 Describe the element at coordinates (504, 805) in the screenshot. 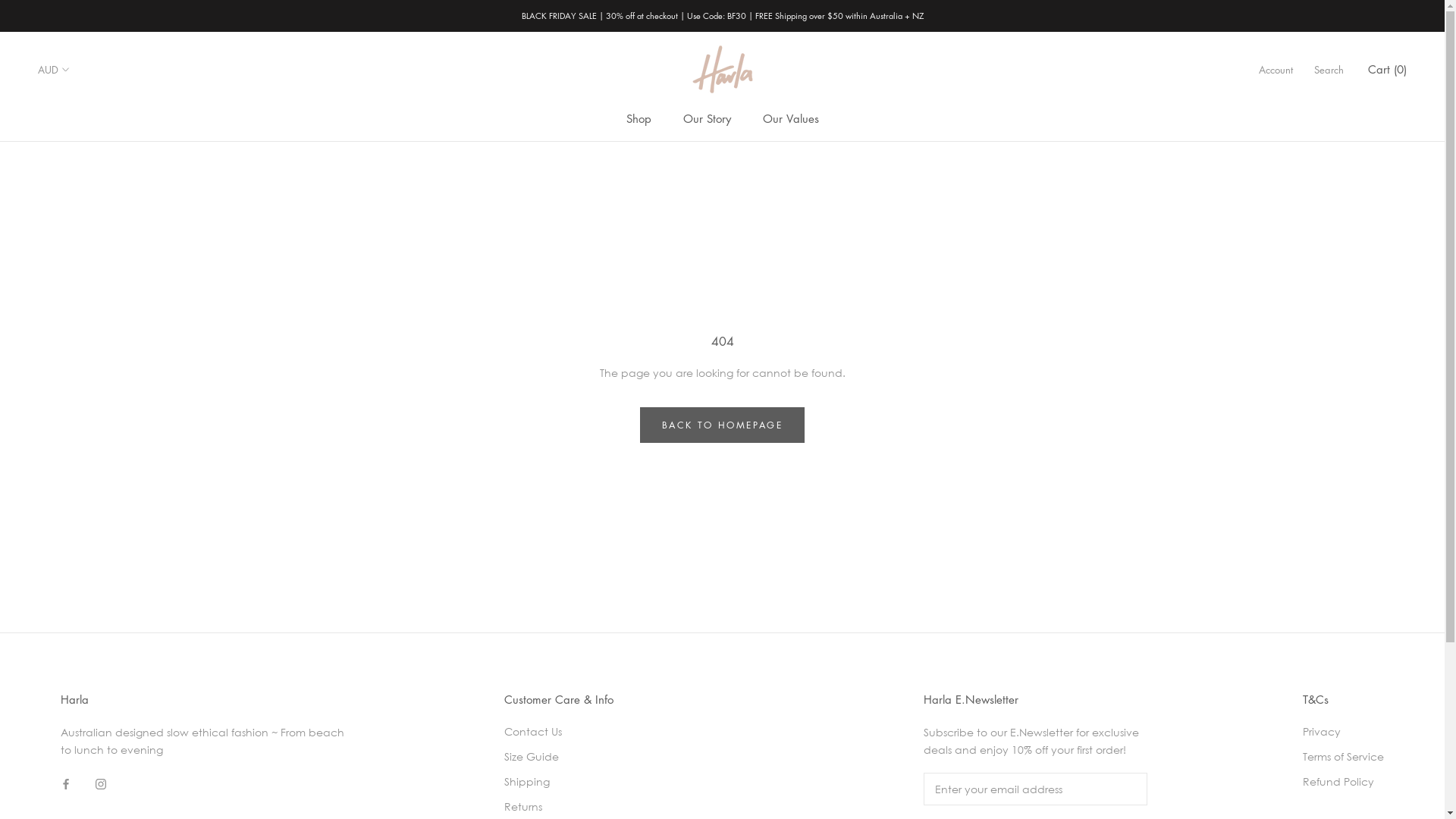

I see `'Returns'` at that location.